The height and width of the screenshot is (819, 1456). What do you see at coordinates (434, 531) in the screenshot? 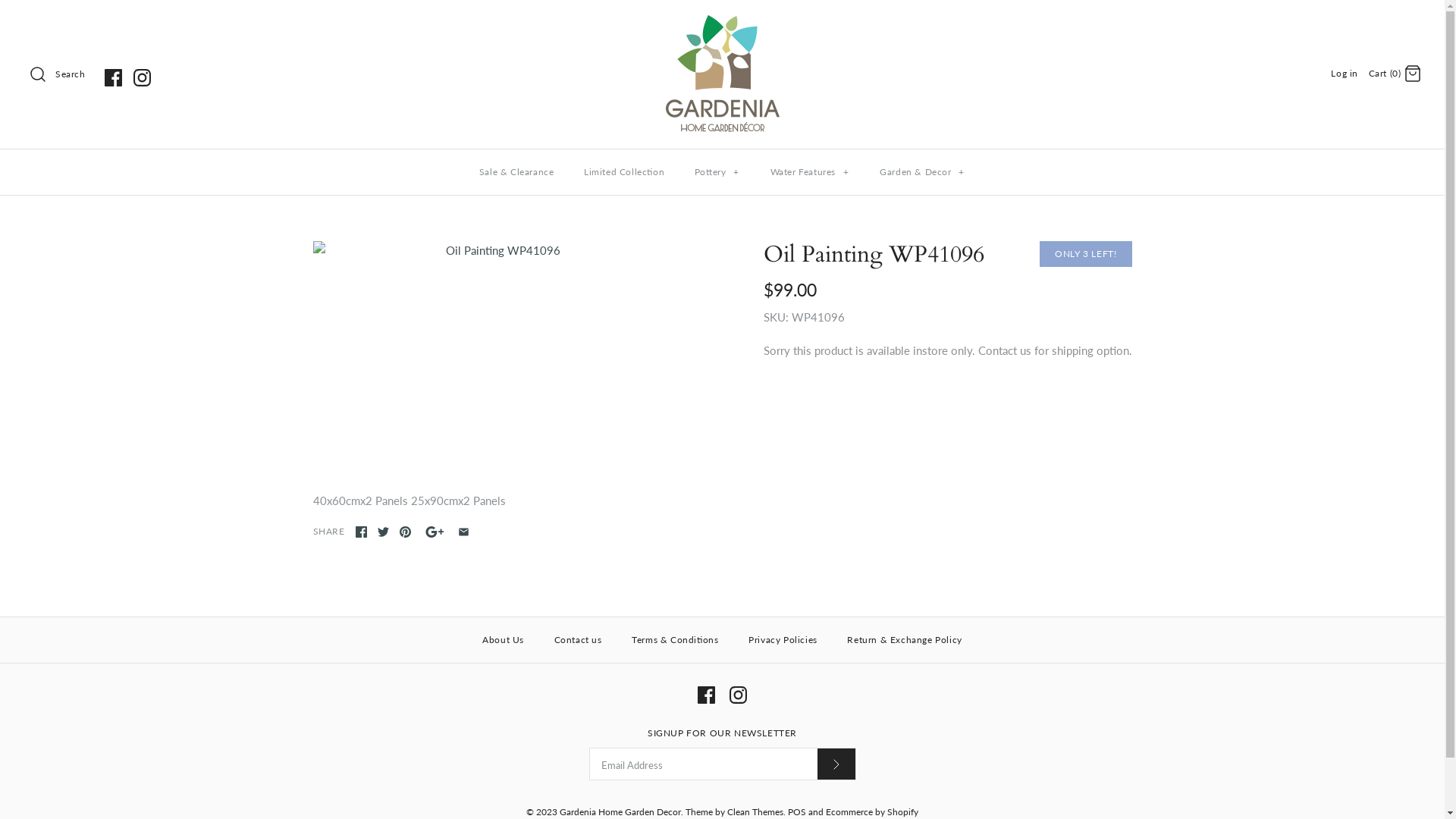
I see `'GooglePlus'` at bounding box center [434, 531].